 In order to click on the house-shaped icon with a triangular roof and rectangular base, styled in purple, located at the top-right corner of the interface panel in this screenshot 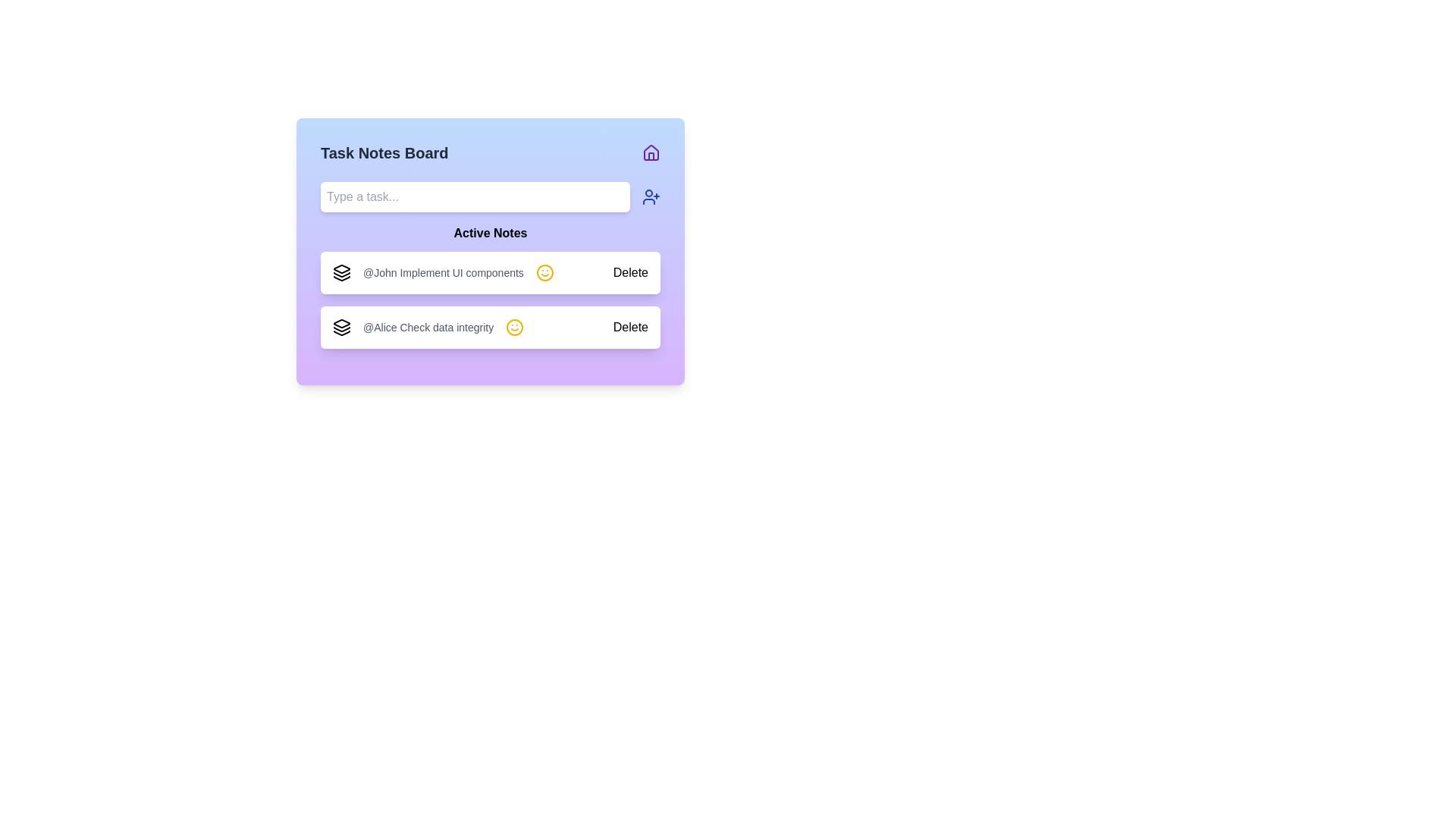, I will do `click(651, 152)`.